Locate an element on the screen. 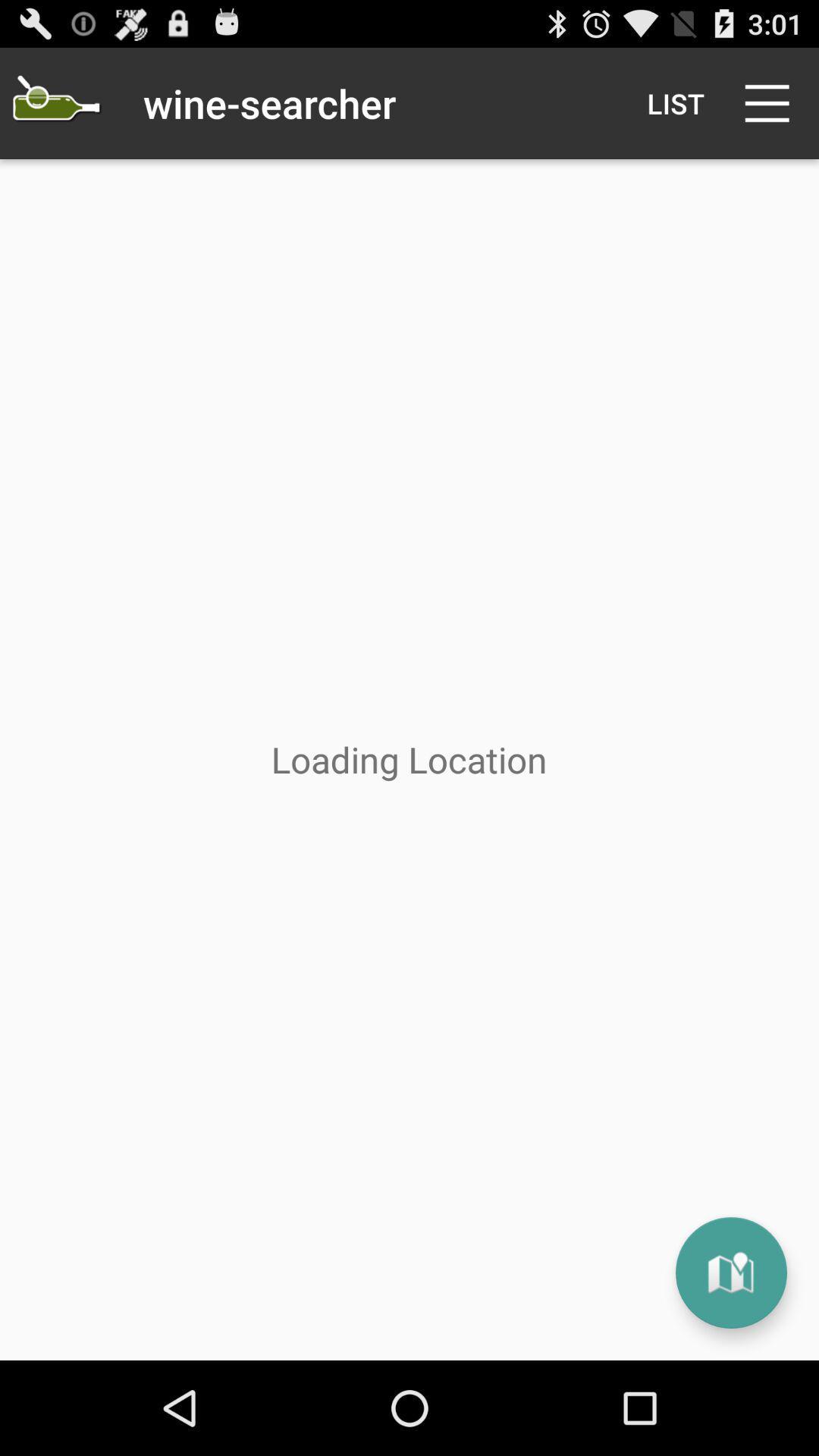  the icon below list icon is located at coordinates (730, 1272).